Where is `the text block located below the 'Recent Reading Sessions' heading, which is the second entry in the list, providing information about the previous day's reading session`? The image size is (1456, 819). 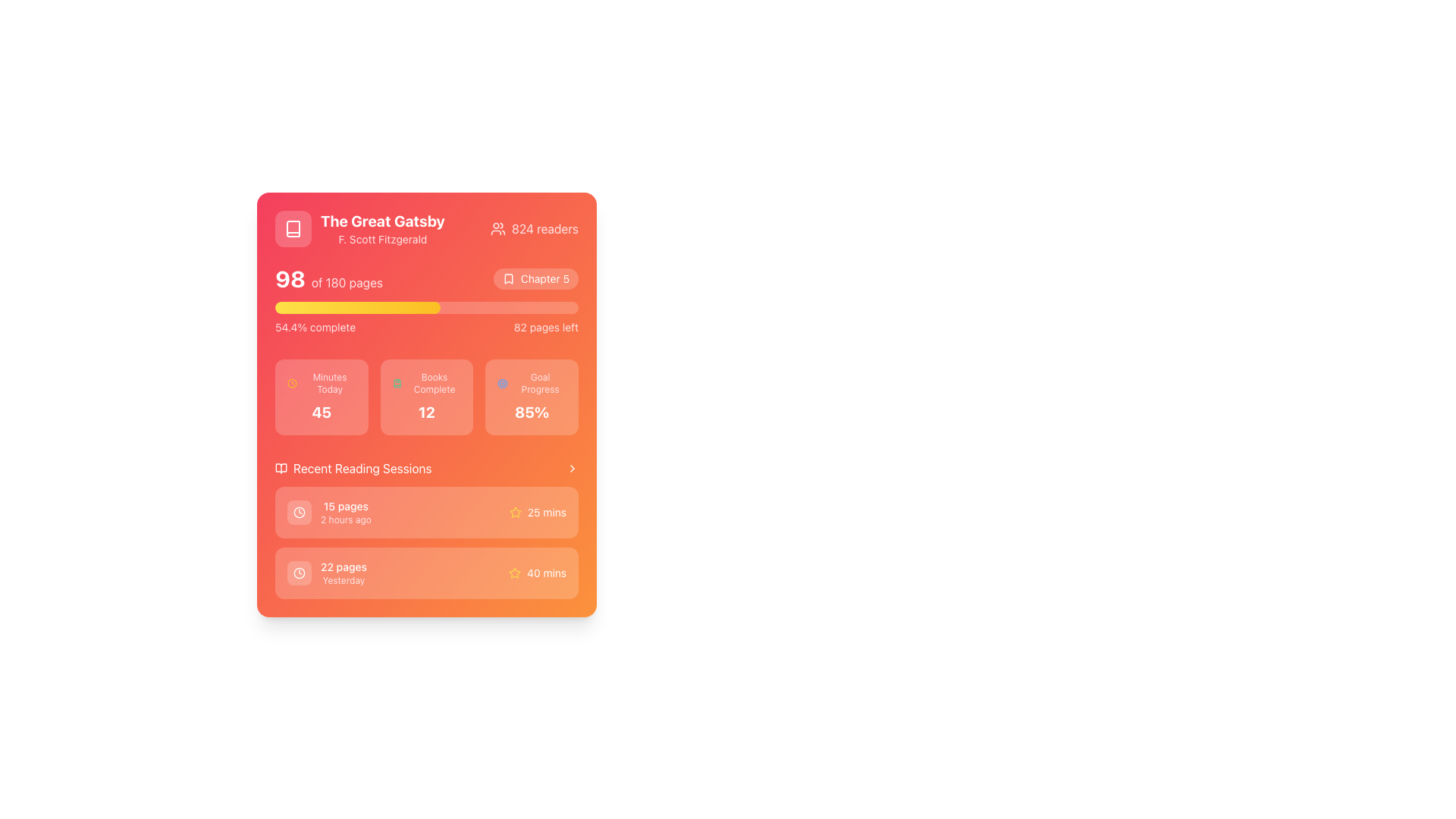
the text block located below the 'Recent Reading Sessions' heading, which is the second entry in the list, providing information about the previous day's reading session is located at coordinates (343, 573).